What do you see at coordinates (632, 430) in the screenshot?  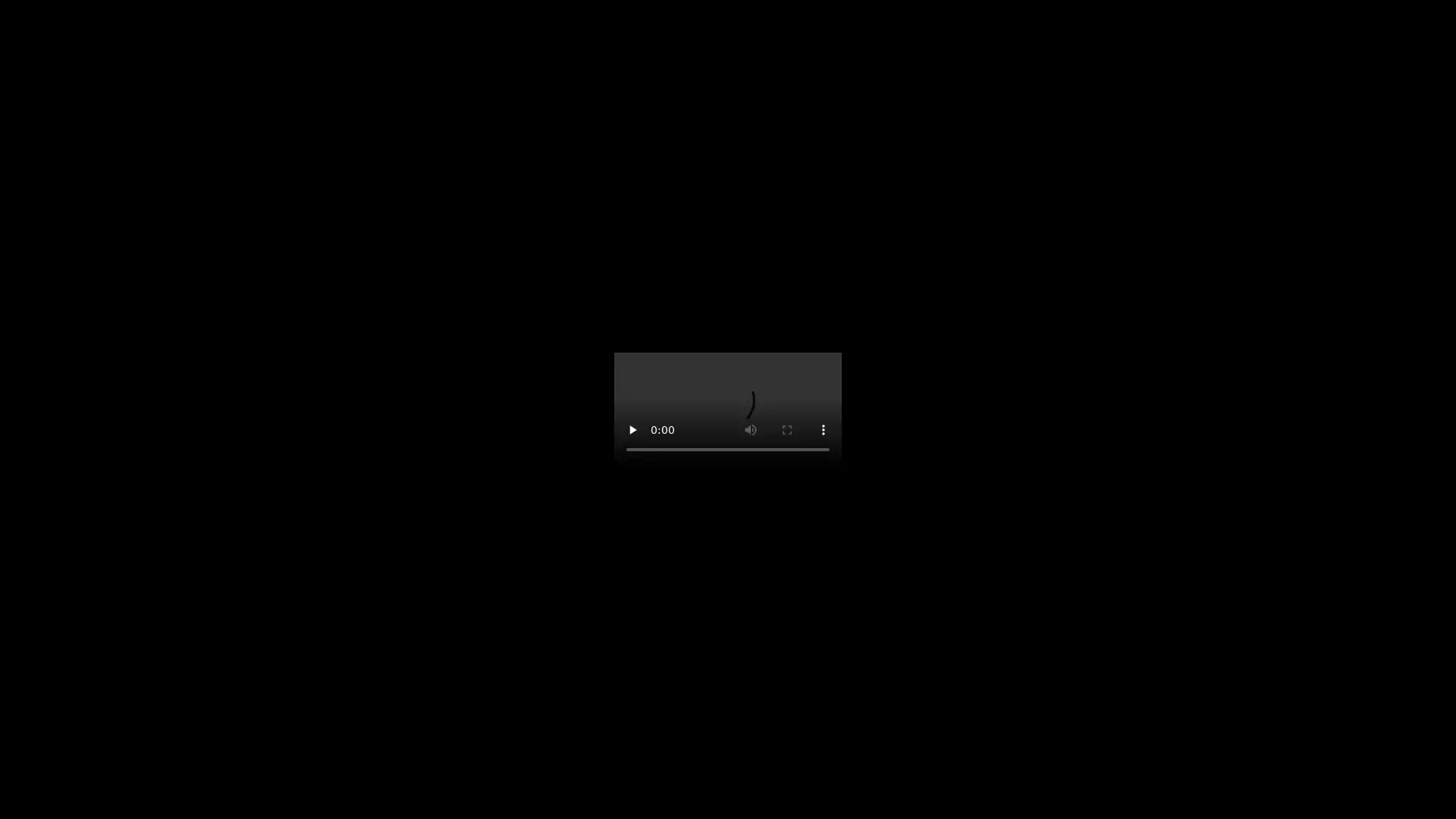 I see `play` at bounding box center [632, 430].